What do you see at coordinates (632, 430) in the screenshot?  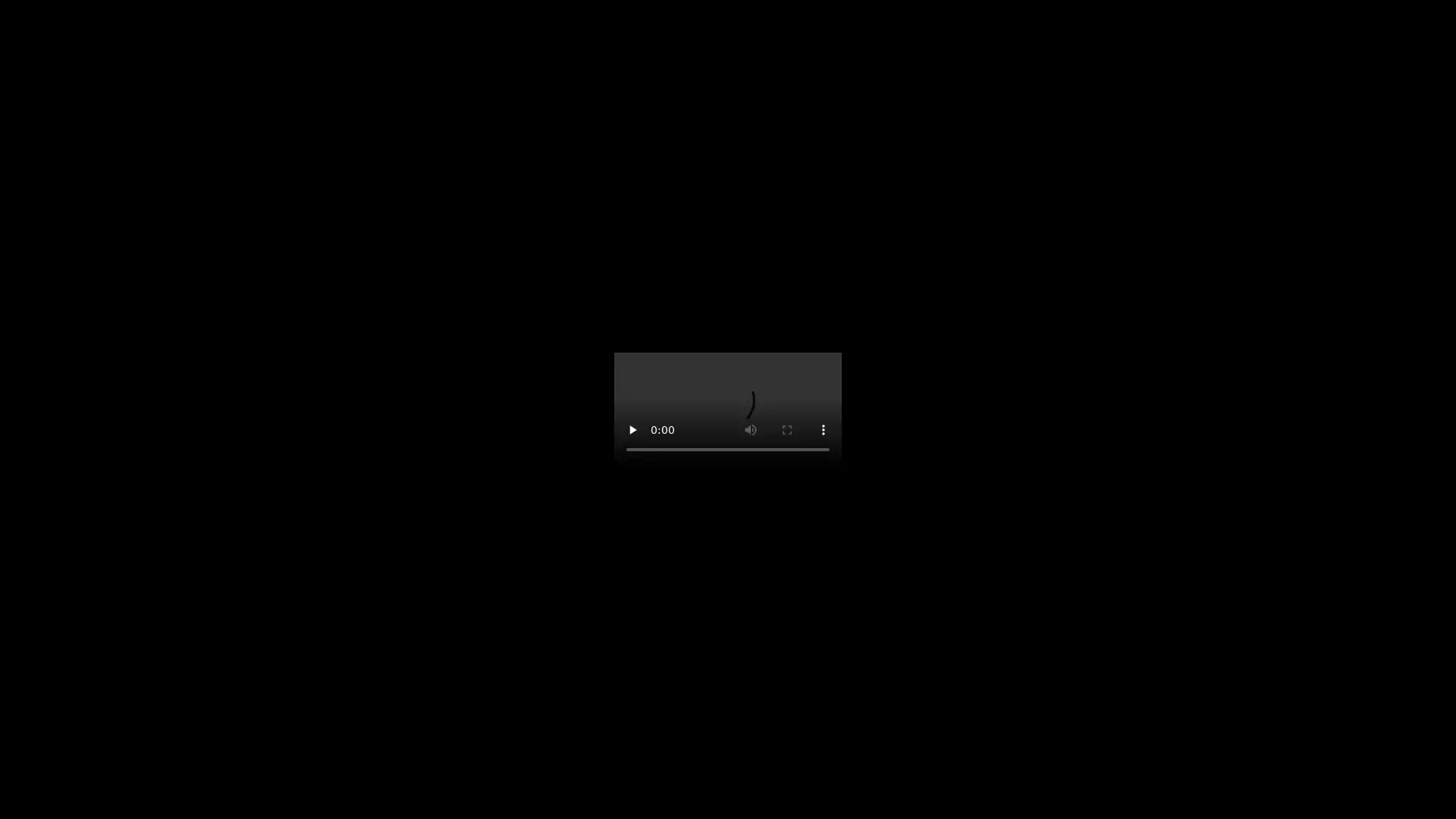 I see `play` at bounding box center [632, 430].